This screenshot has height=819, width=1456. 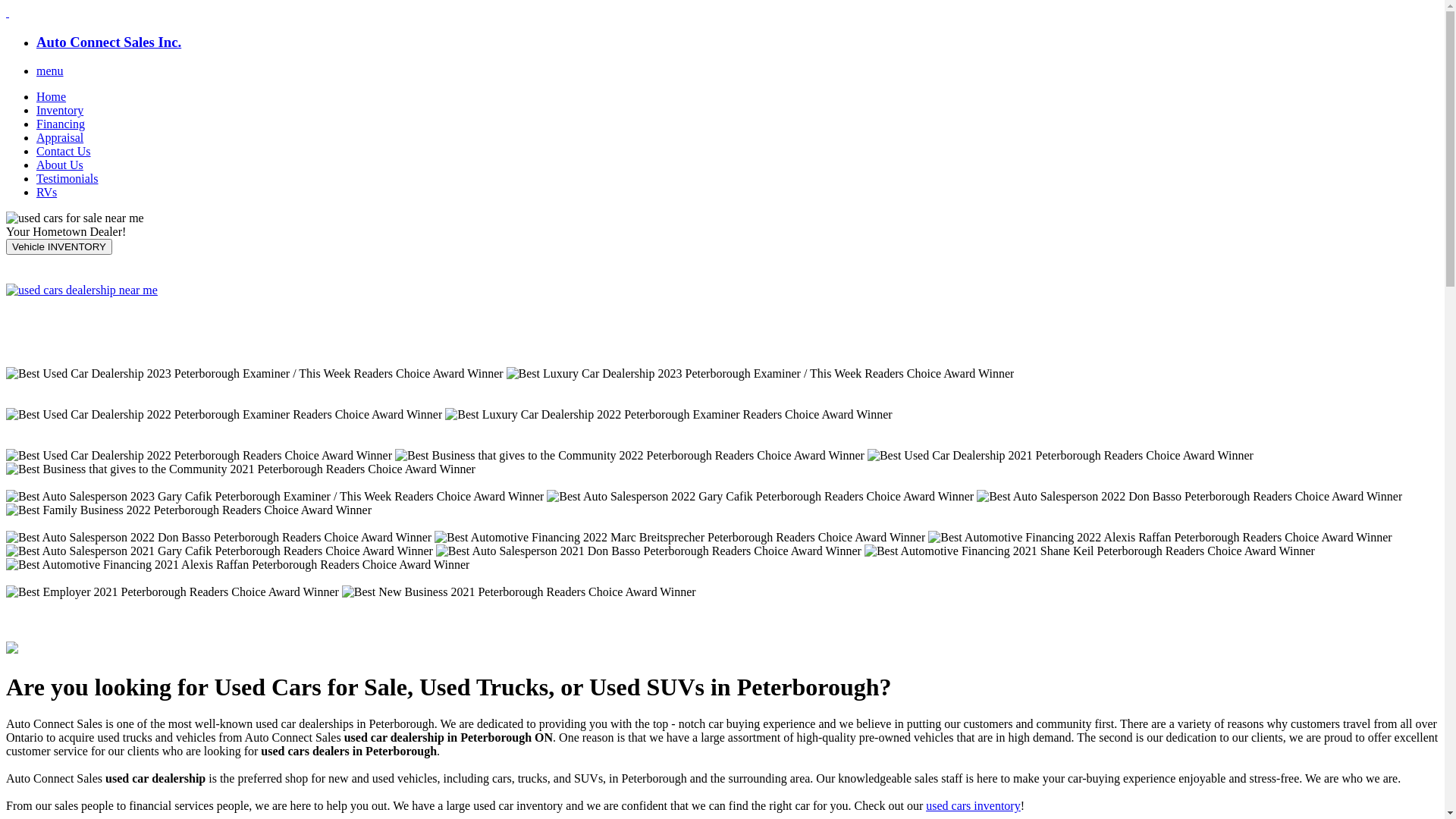 What do you see at coordinates (46, 191) in the screenshot?
I see `'RVs'` at bounding box center [46, 191].